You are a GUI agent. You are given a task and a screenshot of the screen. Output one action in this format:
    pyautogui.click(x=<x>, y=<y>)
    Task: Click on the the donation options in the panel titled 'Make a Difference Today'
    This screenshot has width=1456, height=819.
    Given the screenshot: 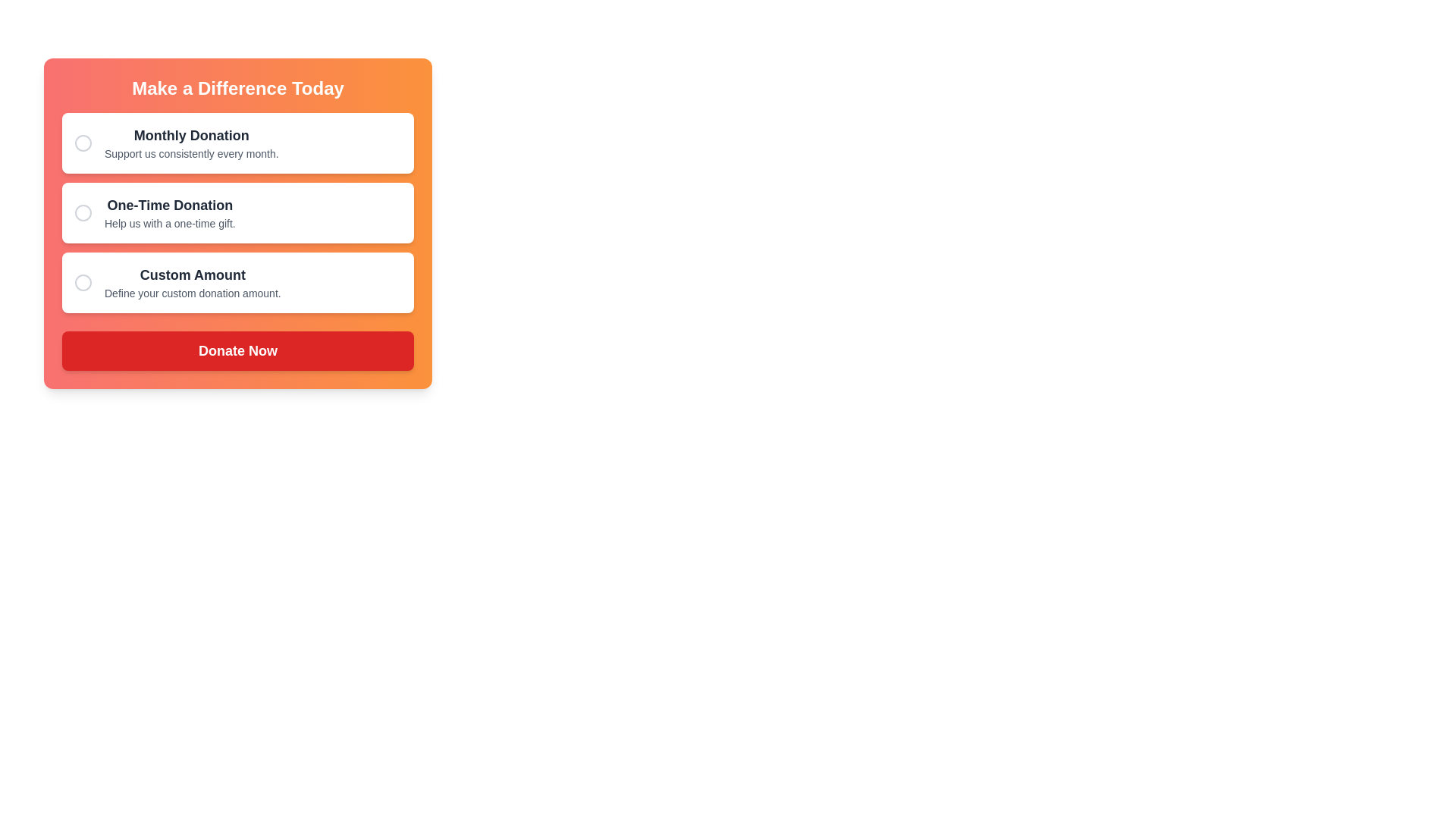 What is the action you would take?
    pyautogui.click(x=237, y=223)
    